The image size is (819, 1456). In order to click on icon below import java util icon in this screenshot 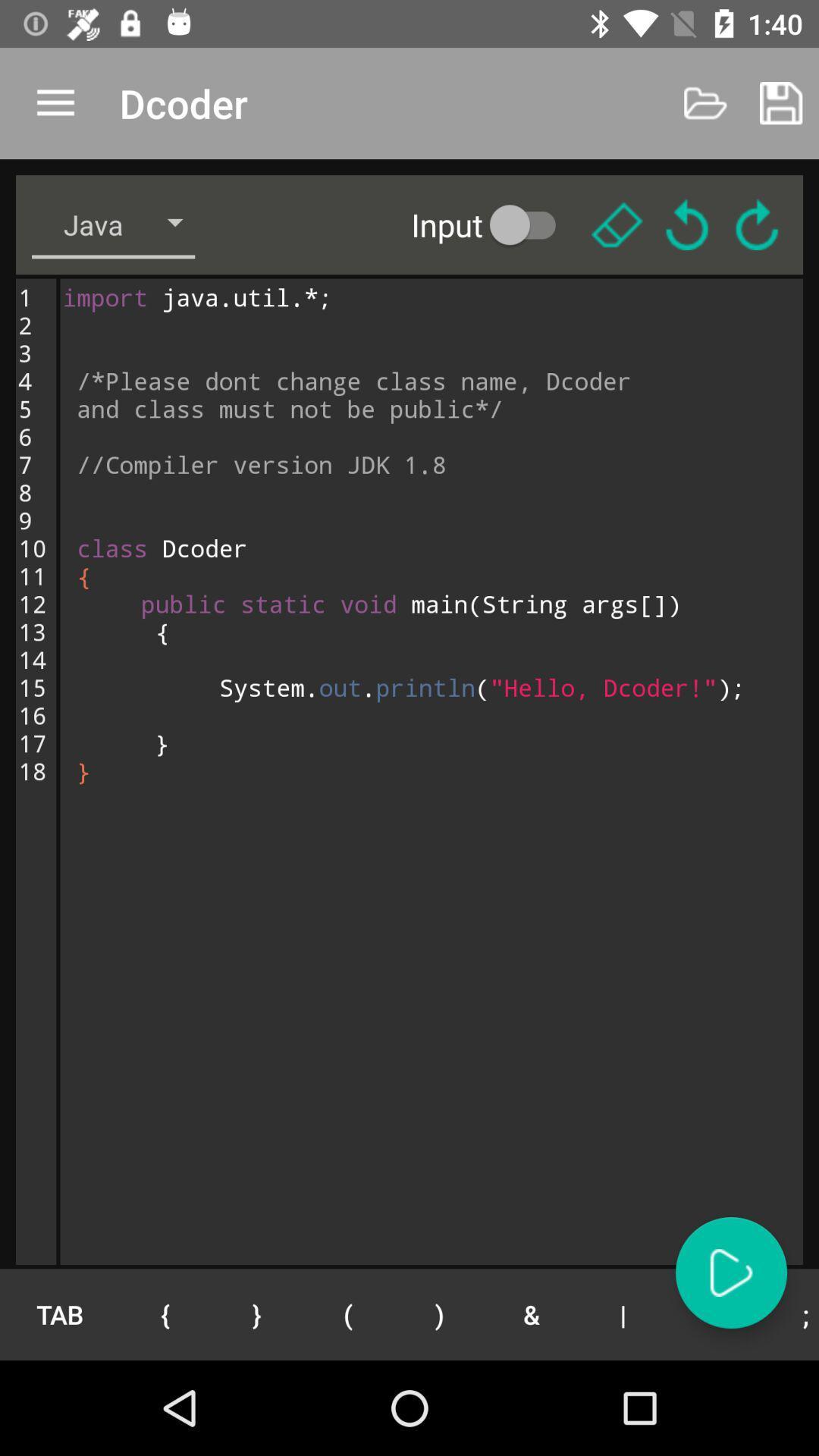, I will do `click(348, 1313)`.